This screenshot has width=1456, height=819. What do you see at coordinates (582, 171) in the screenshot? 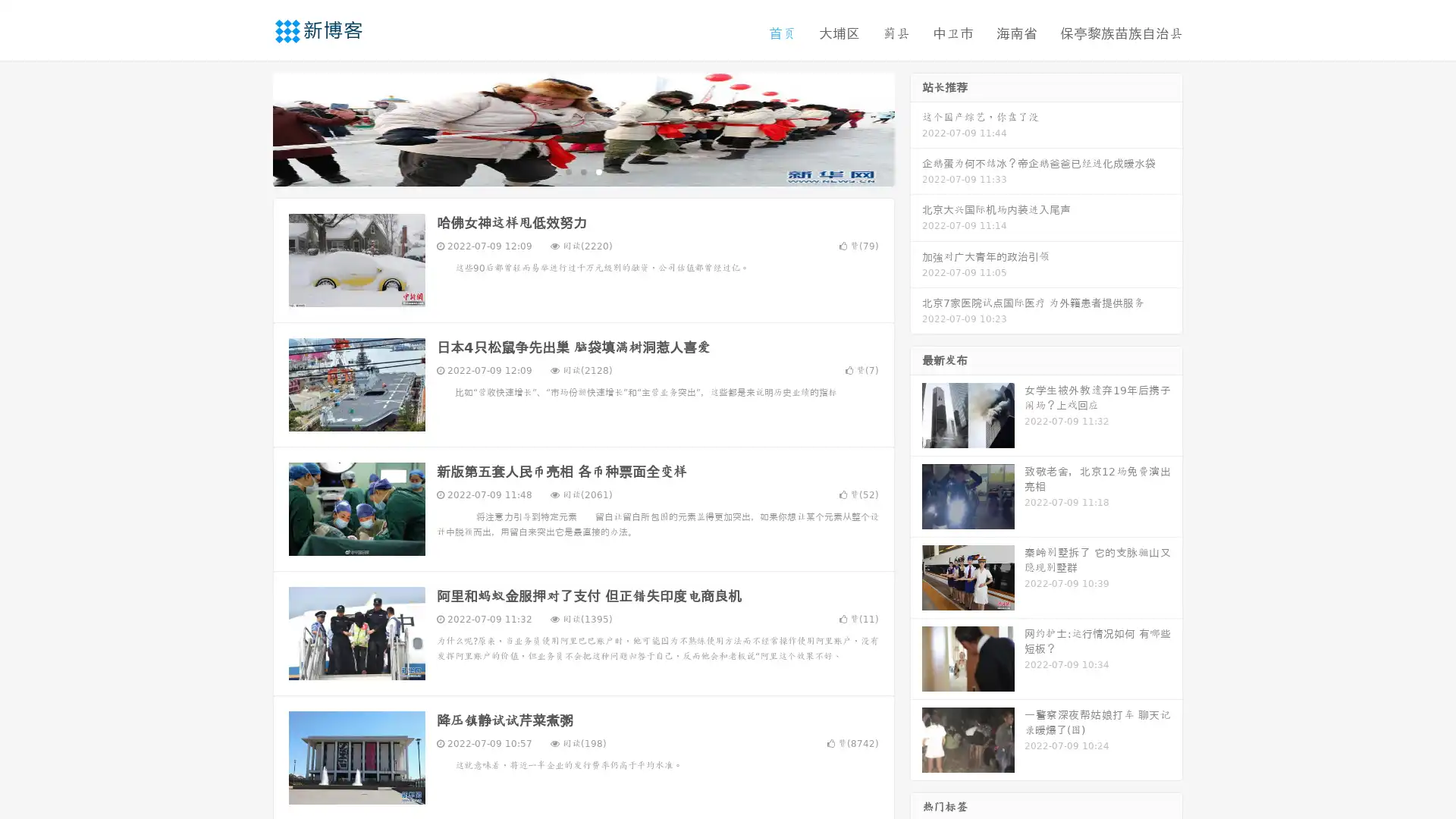
I see `Go to slide 2` at bounding box center [582, 171].